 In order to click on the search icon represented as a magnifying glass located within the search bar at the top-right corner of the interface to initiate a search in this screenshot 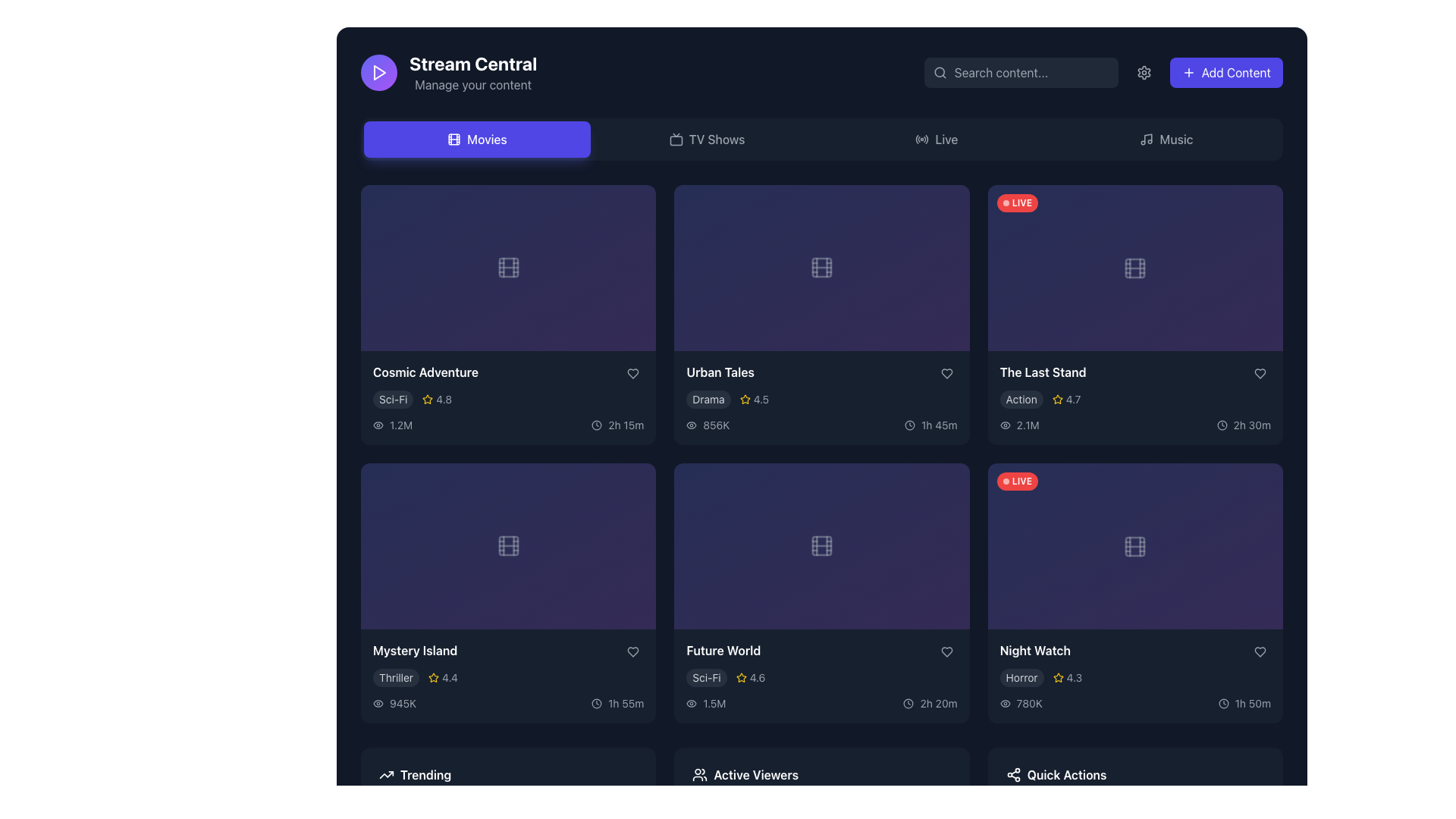, I will do `click(939, 73)`.